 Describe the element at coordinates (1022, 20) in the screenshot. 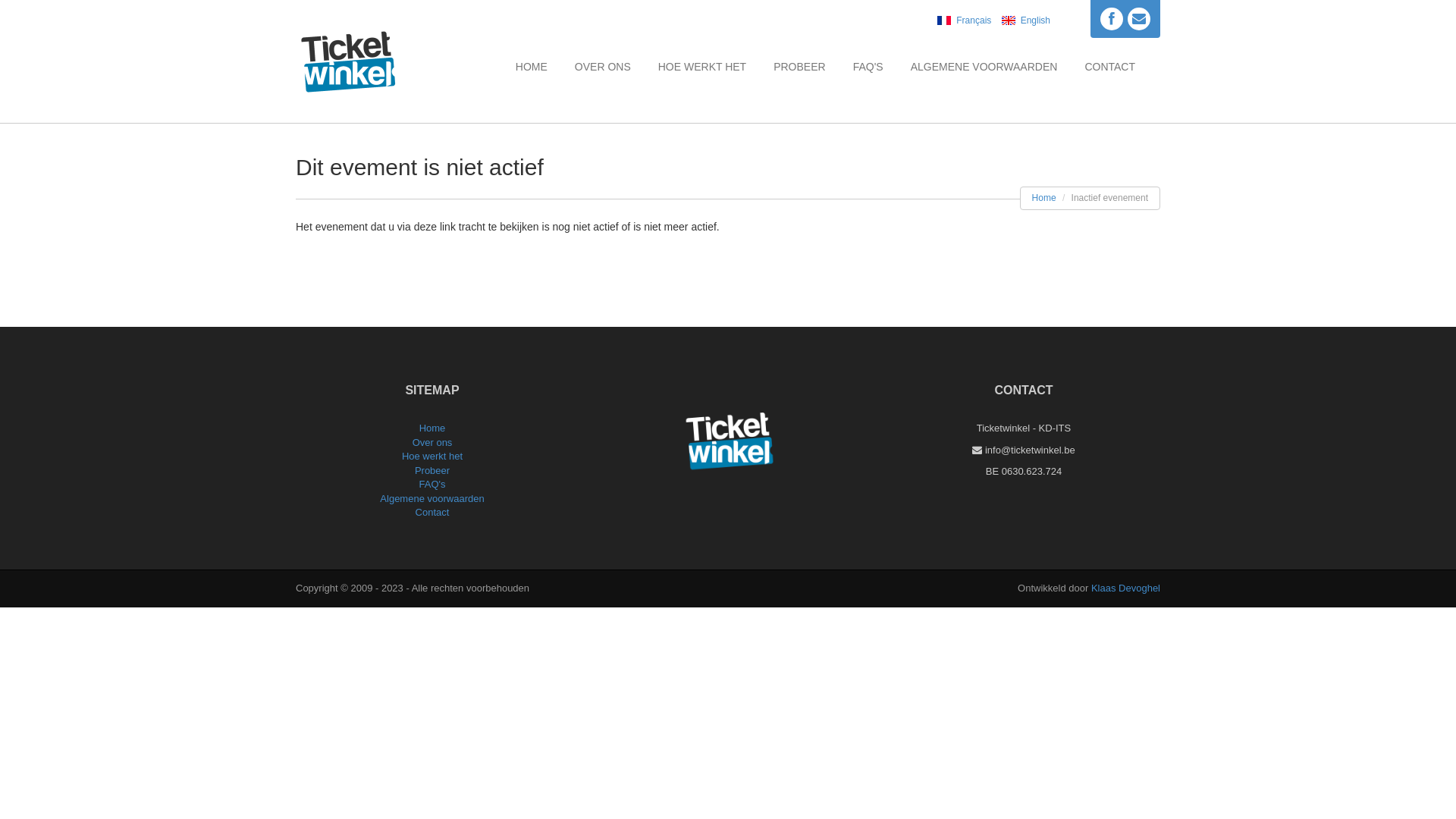

I see `'English'` at that location.